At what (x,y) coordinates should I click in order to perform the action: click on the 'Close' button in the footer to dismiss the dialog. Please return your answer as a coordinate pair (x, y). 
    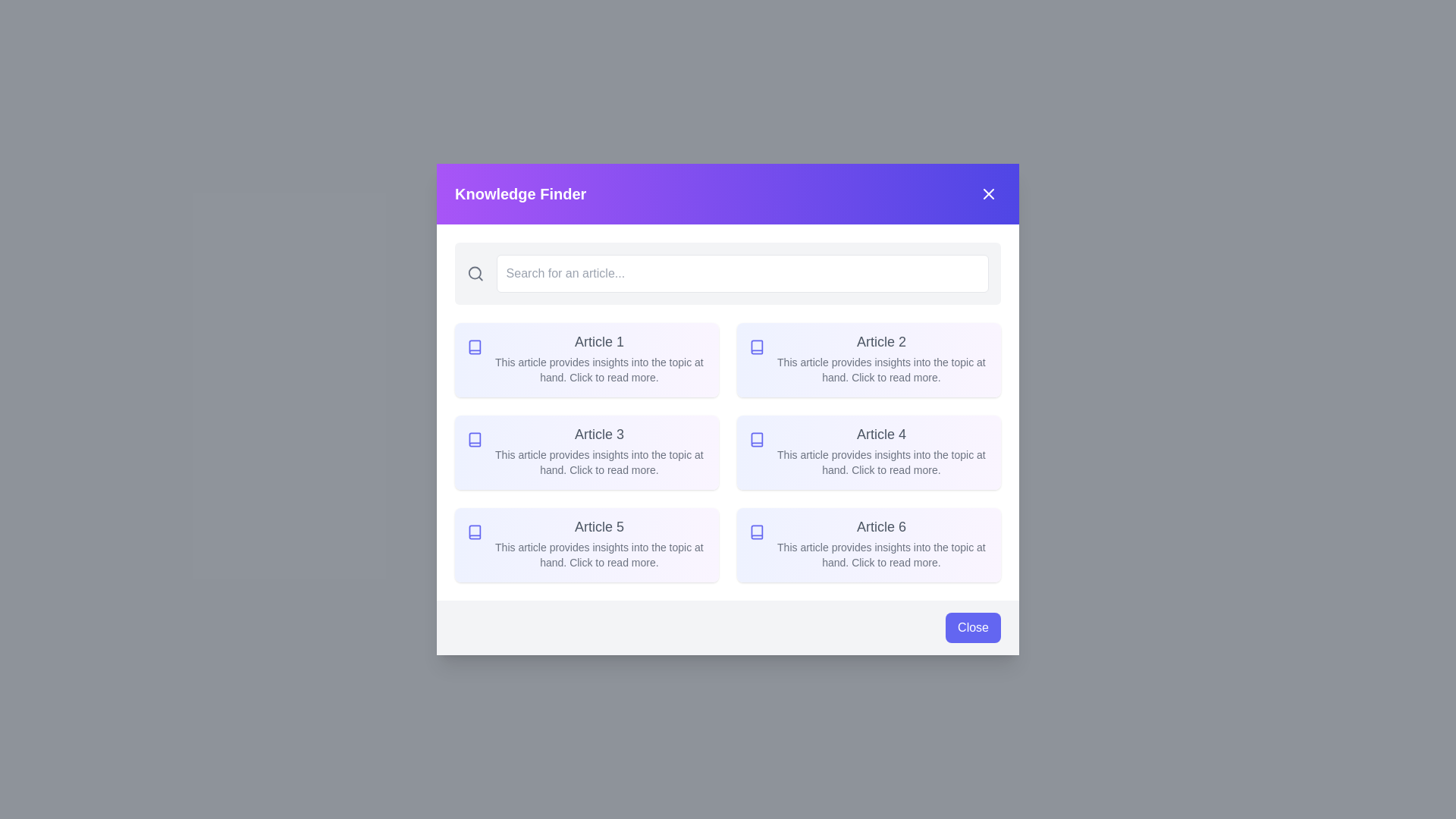
    Looking at the image, I should click on (973, 628).